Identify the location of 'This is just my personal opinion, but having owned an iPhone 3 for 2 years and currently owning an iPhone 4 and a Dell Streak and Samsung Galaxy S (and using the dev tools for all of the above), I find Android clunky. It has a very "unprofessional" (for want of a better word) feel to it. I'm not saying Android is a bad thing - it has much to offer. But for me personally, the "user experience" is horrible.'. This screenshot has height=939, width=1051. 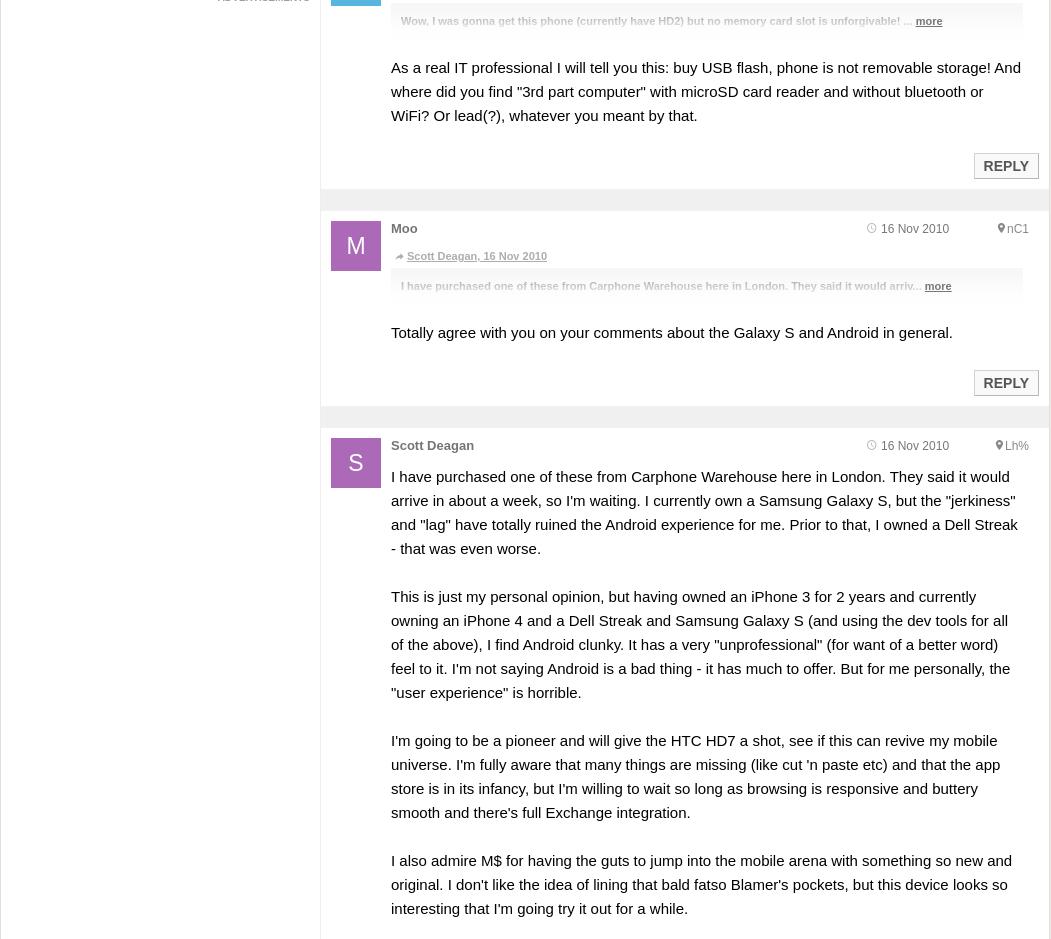
(389, 642).